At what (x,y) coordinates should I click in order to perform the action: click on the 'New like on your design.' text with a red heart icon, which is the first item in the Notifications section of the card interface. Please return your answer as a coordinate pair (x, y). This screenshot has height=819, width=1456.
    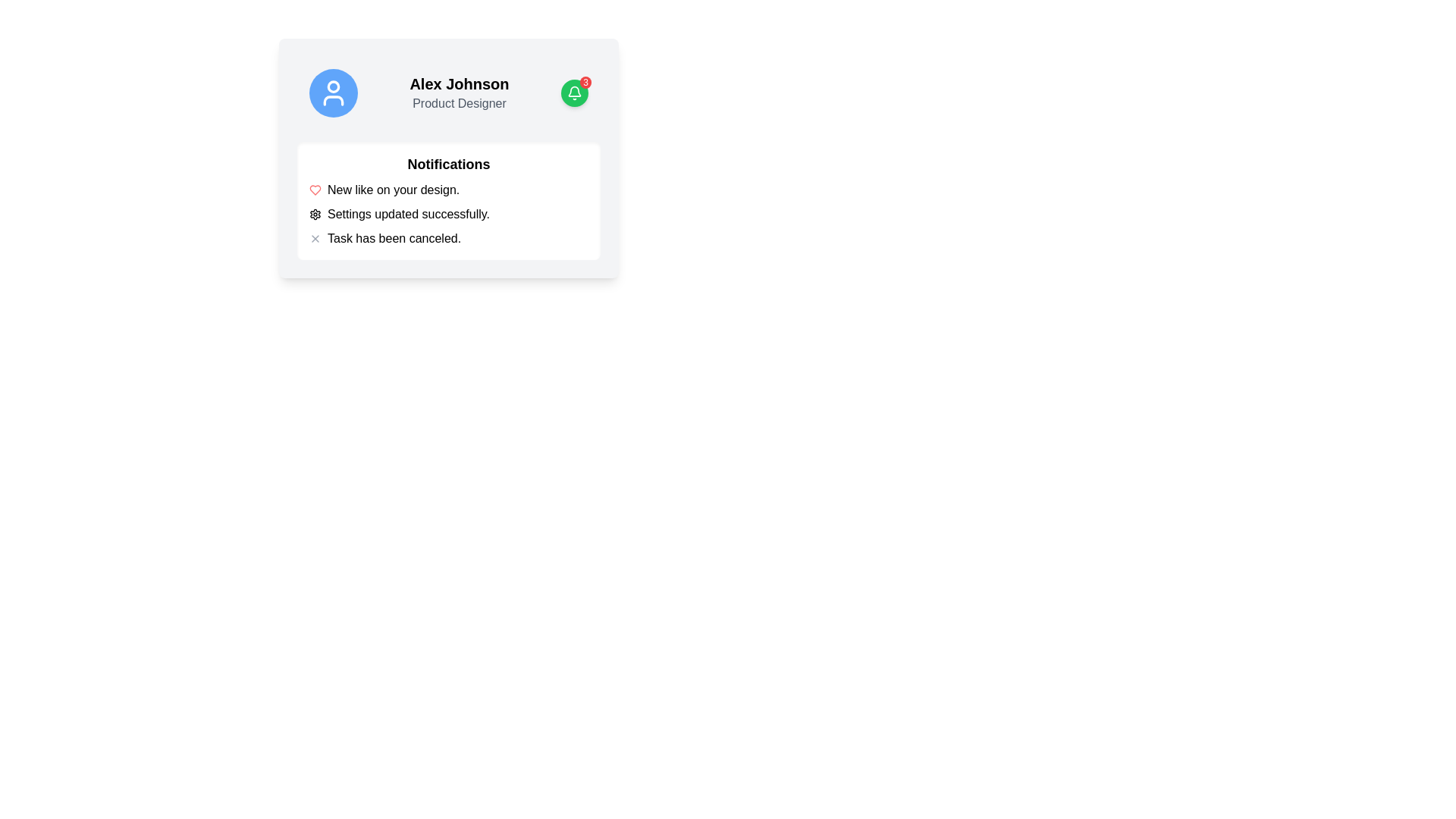
    Looking at the image, I should click on (447, 189).